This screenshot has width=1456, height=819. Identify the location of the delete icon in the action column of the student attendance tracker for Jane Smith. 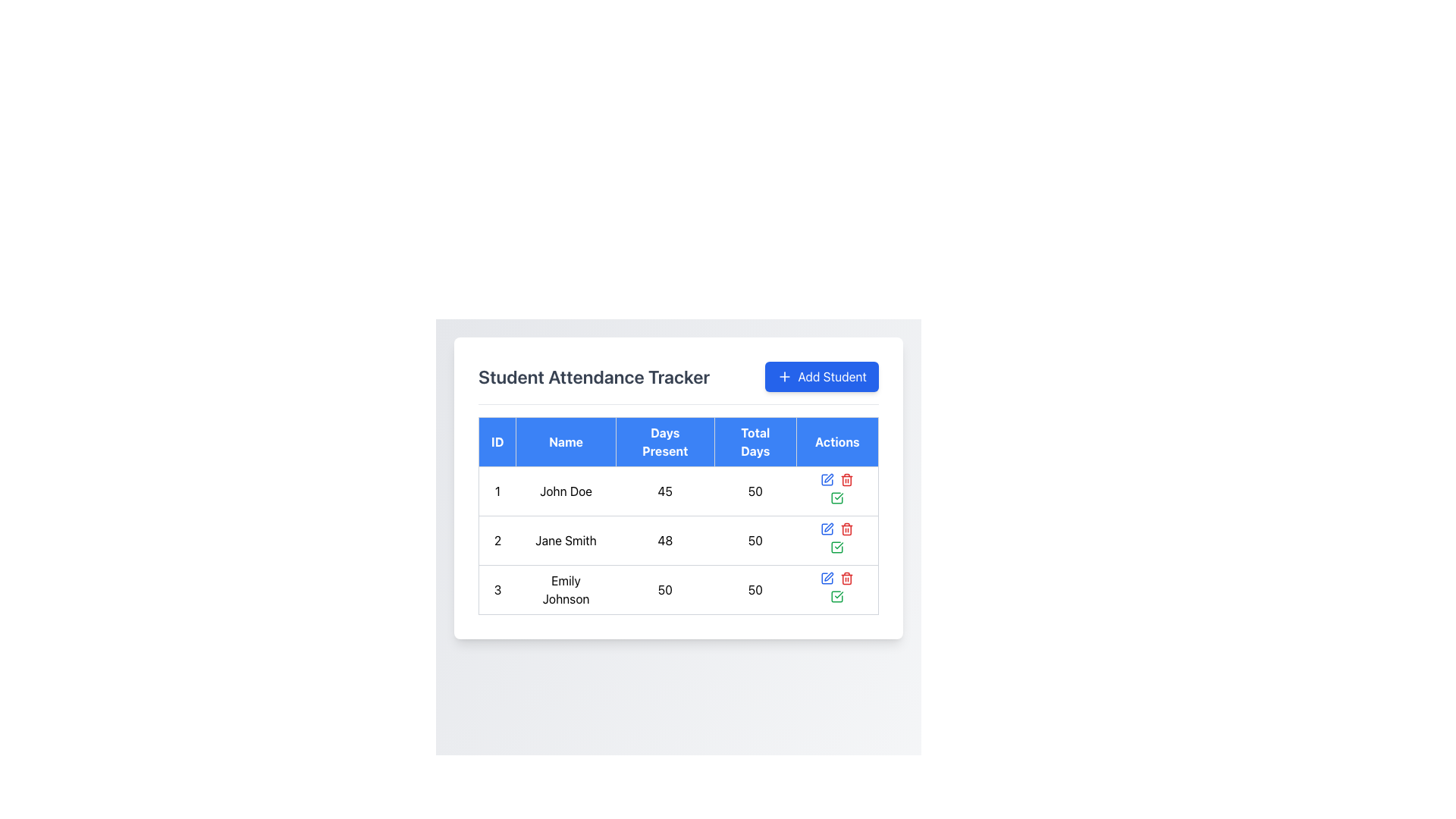
(846, 529).